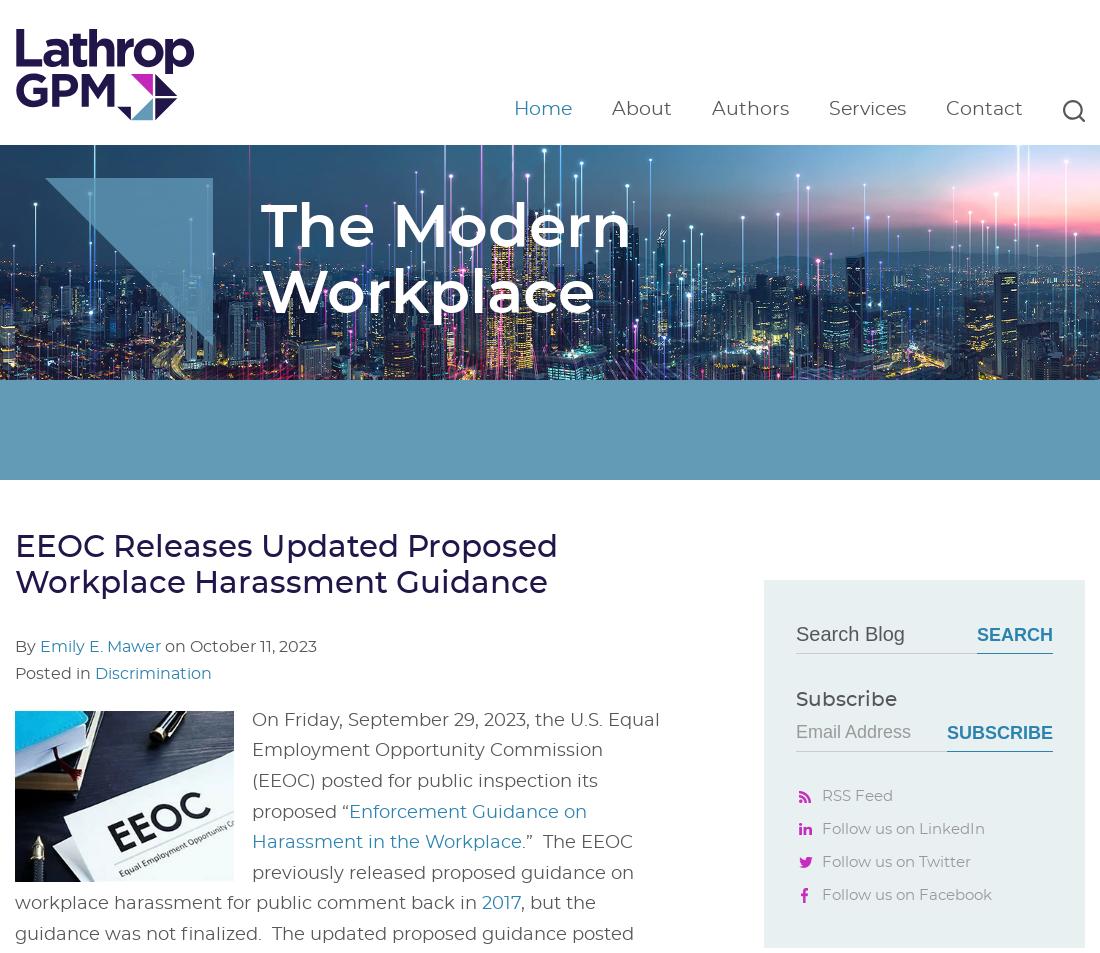 The height and width of the screenshot is (953, 1100). Describe the element at coordinates (152, 673) in the screenshot. I see `'Discrimination'` at that location.